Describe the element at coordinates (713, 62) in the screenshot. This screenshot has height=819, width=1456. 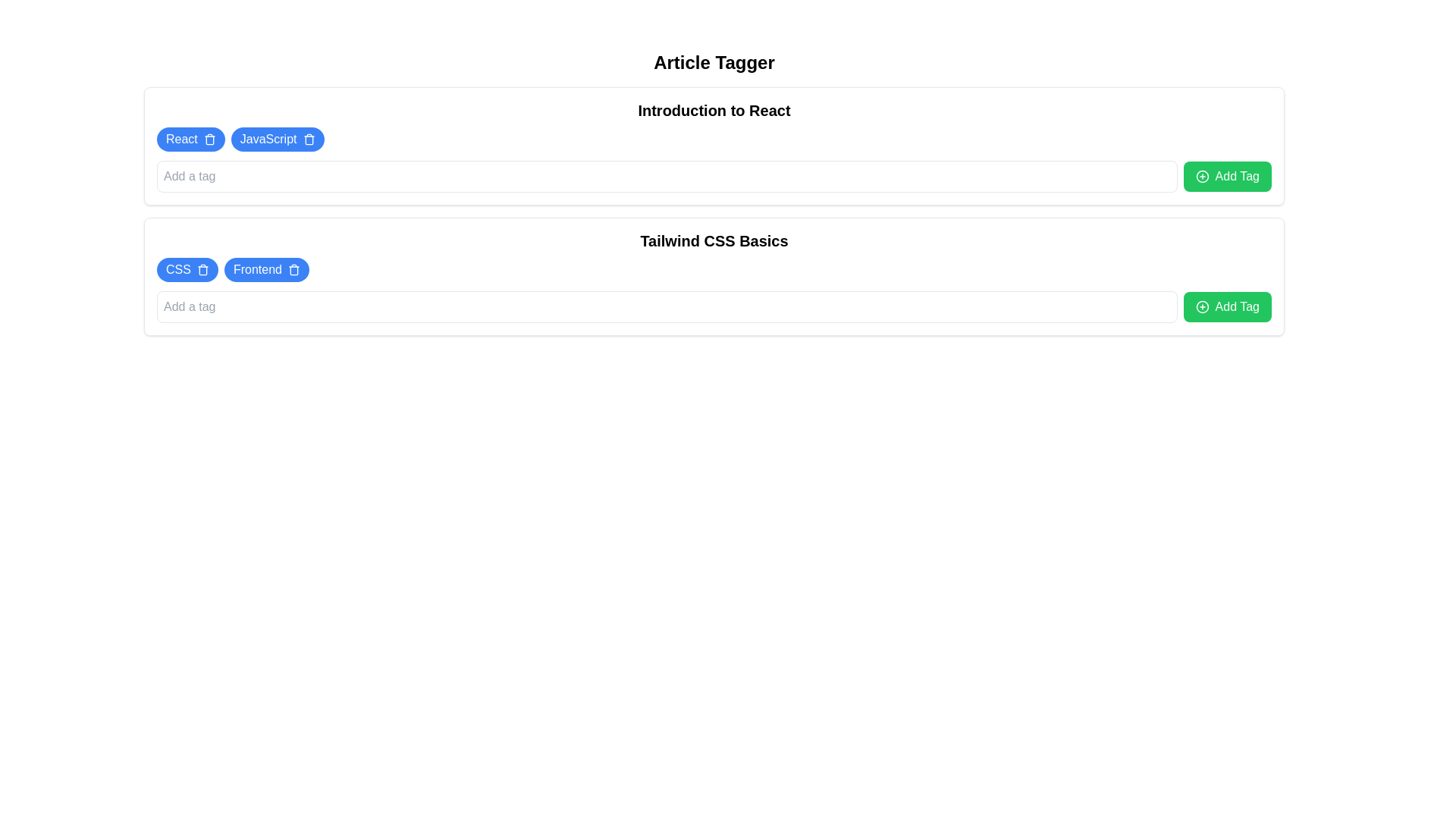
I see `the 'Article Tagger' text label, which is a bold and larger font title located at the top center of the interface` at that location.